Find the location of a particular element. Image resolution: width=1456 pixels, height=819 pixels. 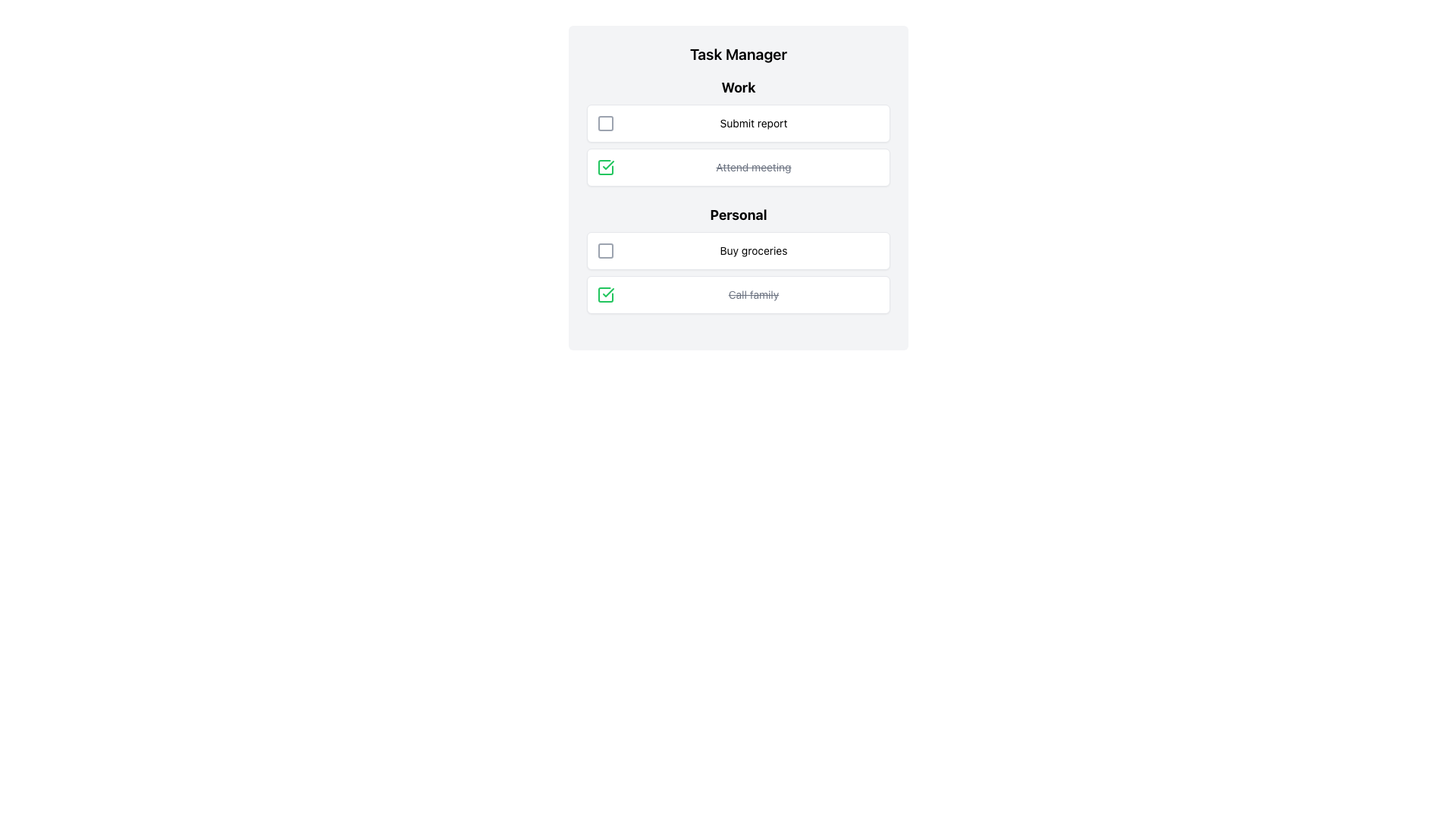

the green checkbox icon indicating a selected state for 'Call family' is located at coordinates (604, 167).